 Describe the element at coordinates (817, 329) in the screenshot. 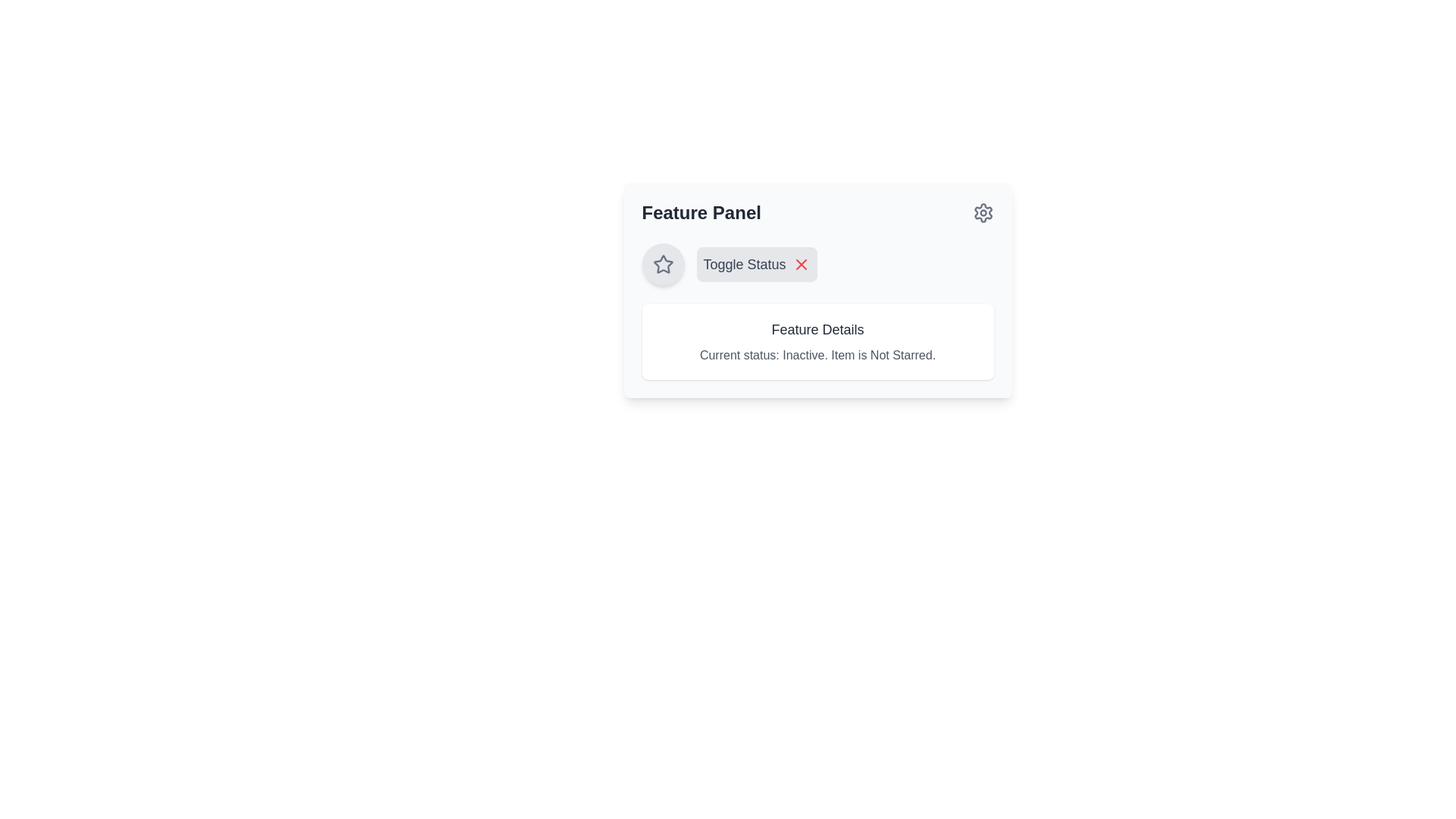

I see `the Text label that serves as a heading for the settings or information presented beneath it, located in the bottom section of the 'Feature Panel', positioned above the text 'Current status: Inactive. Item is Not Starred.'` at that location.